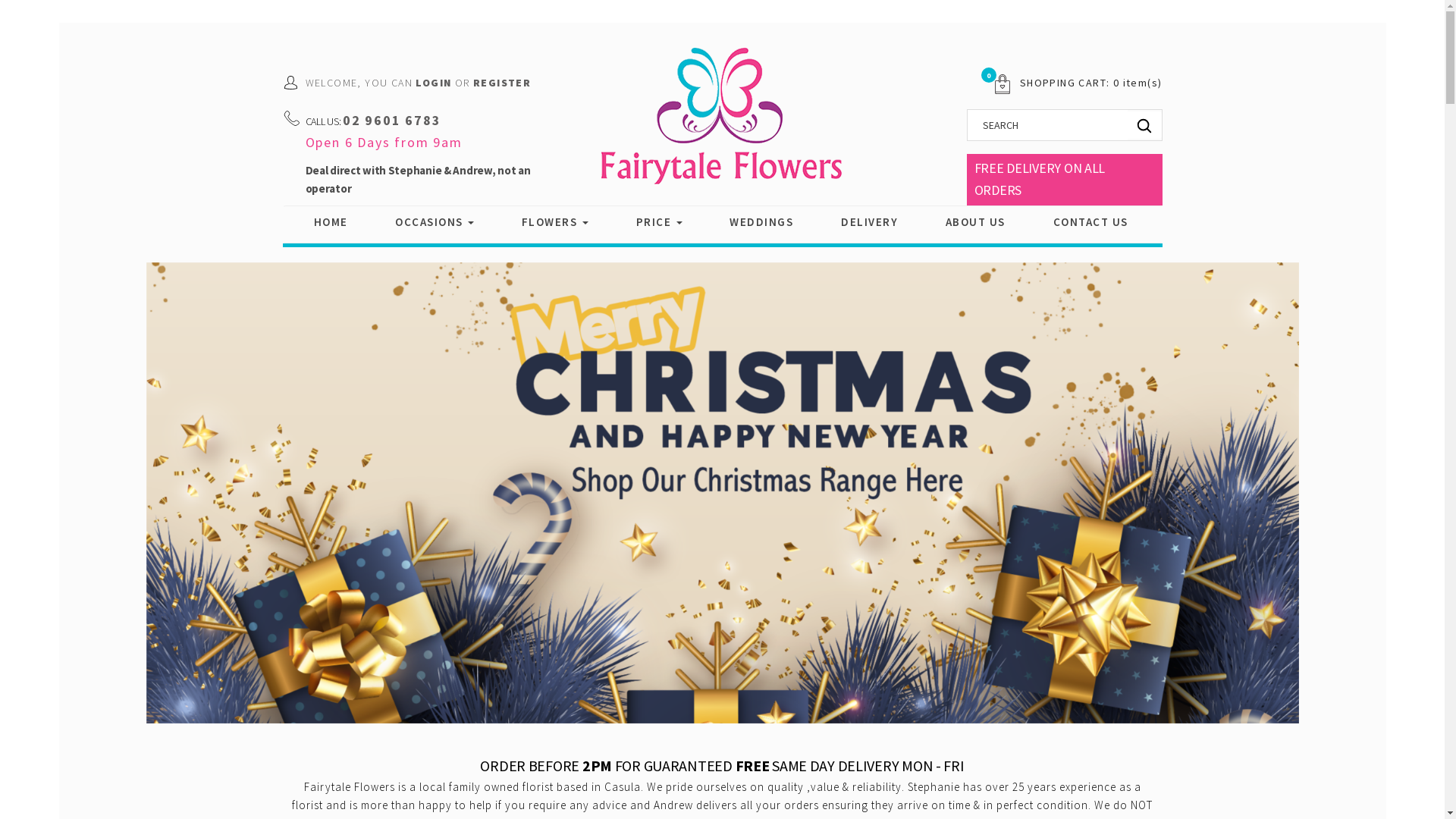 The width and height of the screenshot is (1456, 819). Describe the element at coordinates (1090, 222) in the screenshot. I see `'CONTACT US'` at that location.